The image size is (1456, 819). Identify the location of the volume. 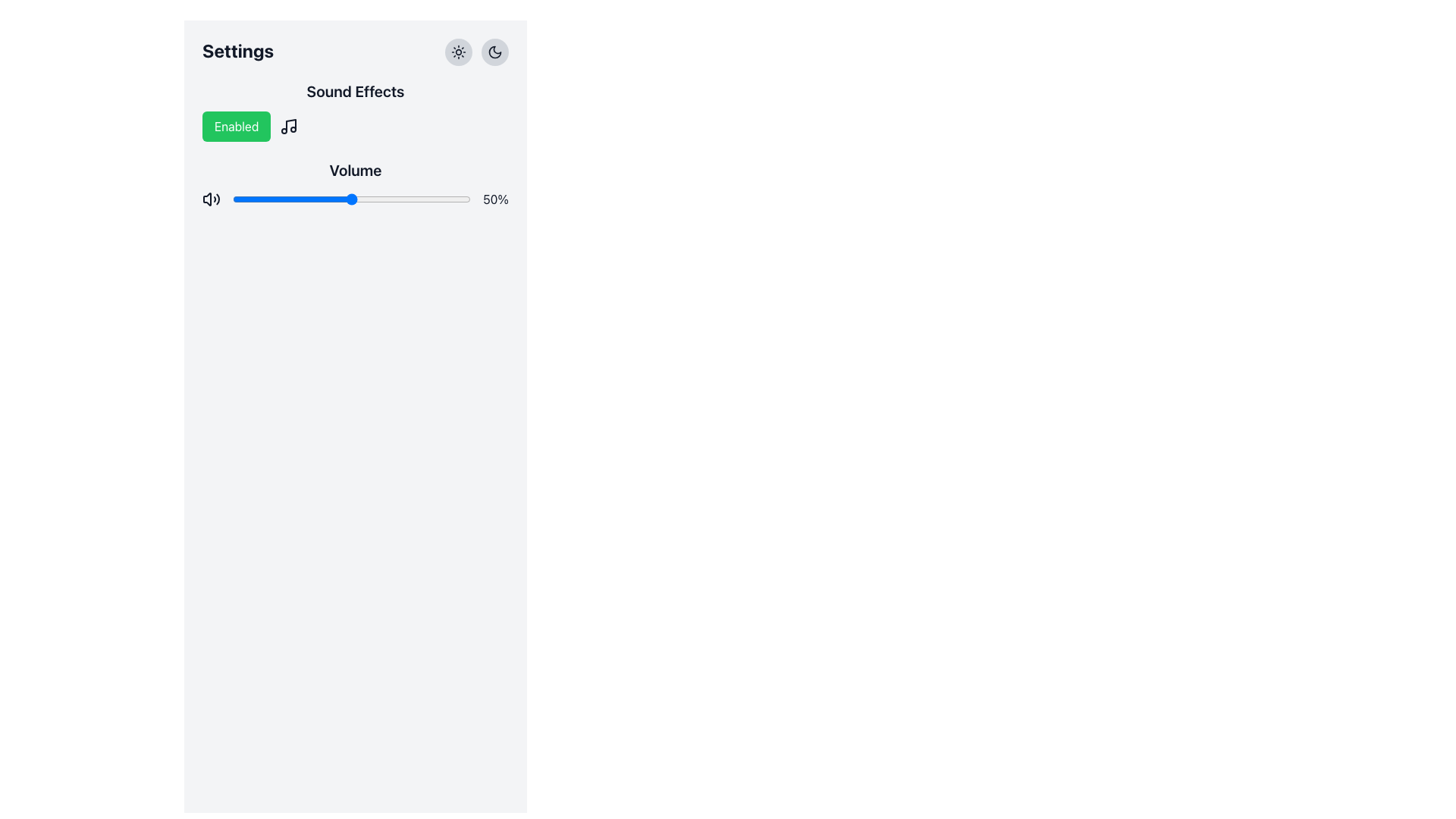
(318, 198).